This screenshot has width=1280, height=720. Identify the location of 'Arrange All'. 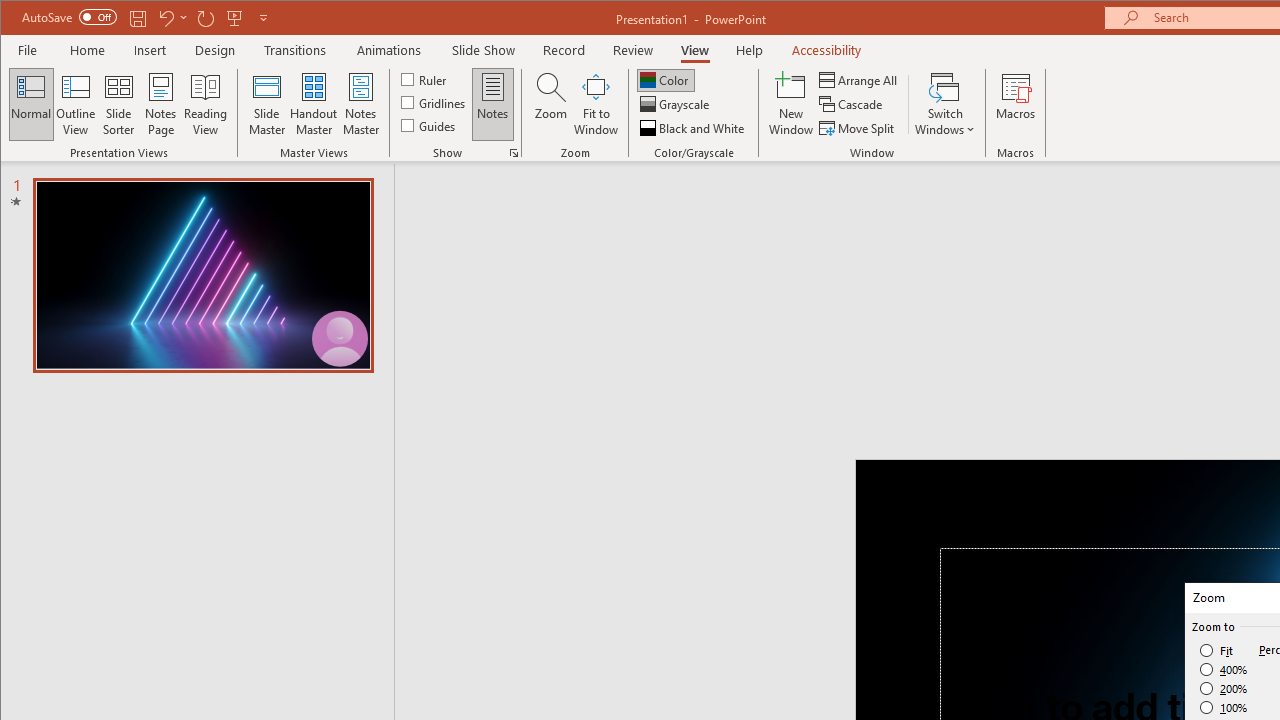
(860, 79).